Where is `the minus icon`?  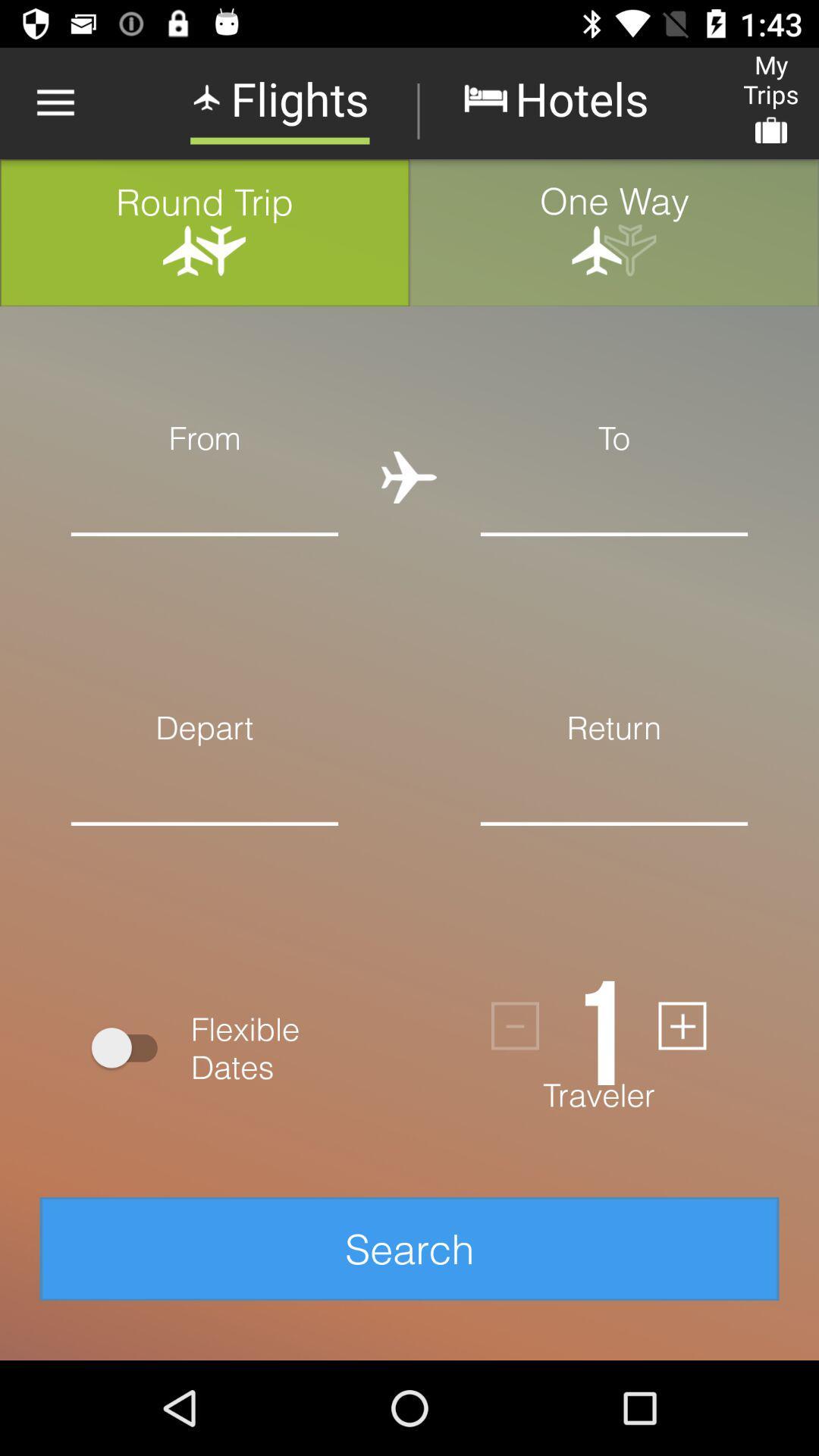 the minus icon is located at coordinates (514, 1026).